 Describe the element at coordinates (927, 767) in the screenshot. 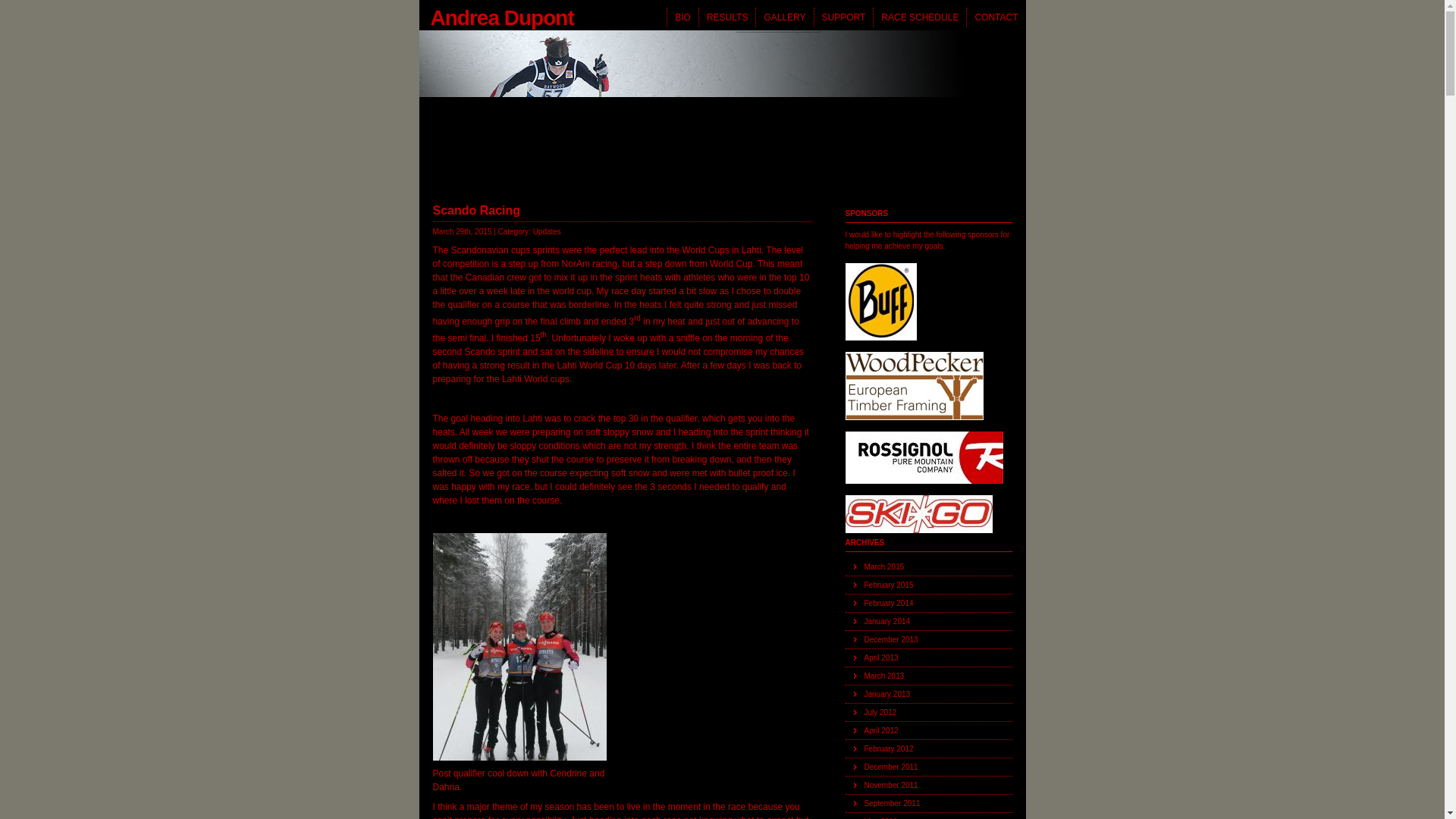

I see `'December 2011'` at that location.